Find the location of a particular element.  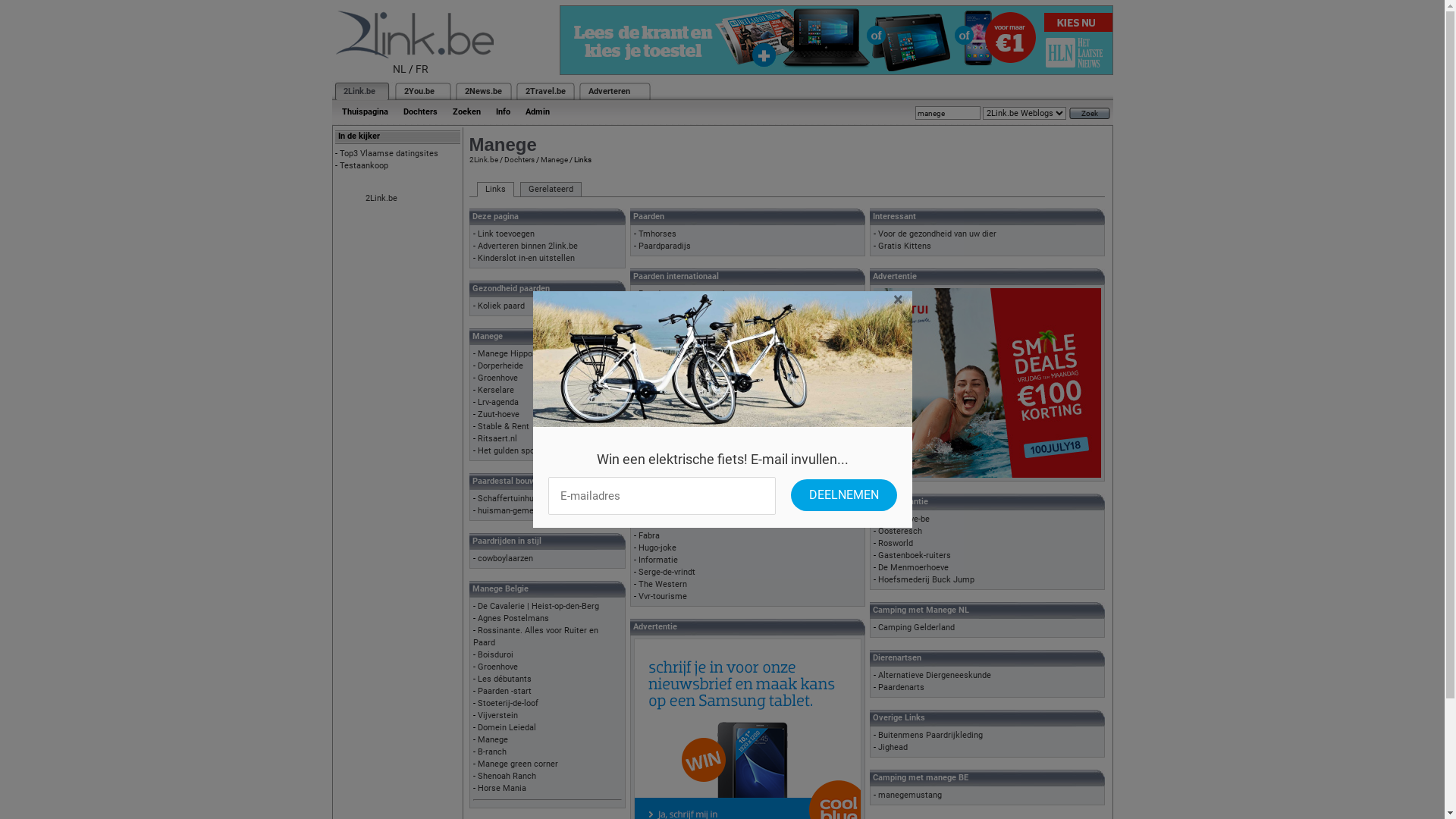

'manegemustang' is located at coordinates (910, 794).